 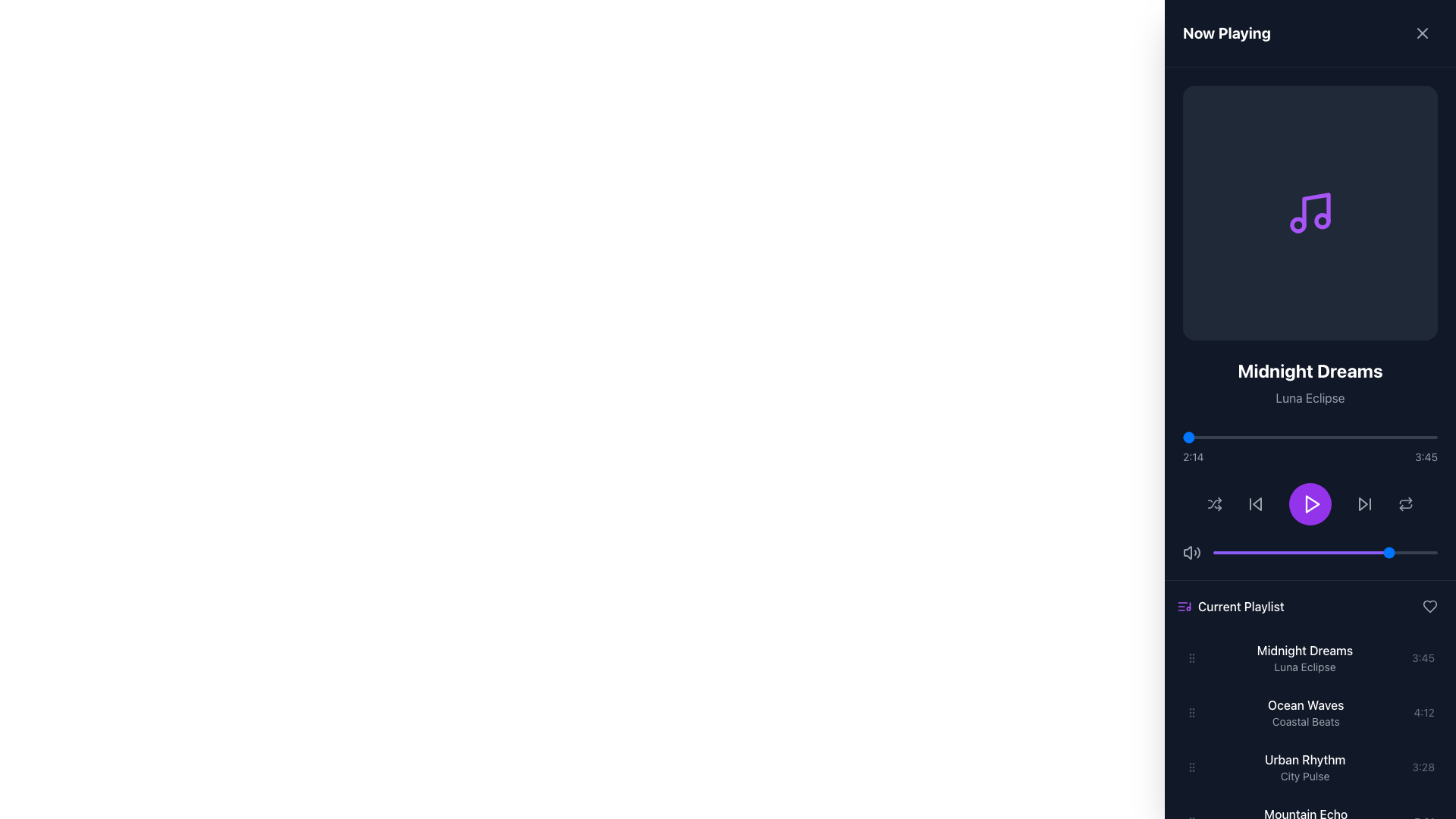 I want to click on the text display element showing the title 'Midnight Dreams' and subtitle 'Luna Eclipse', so click(x=1304, y=657).